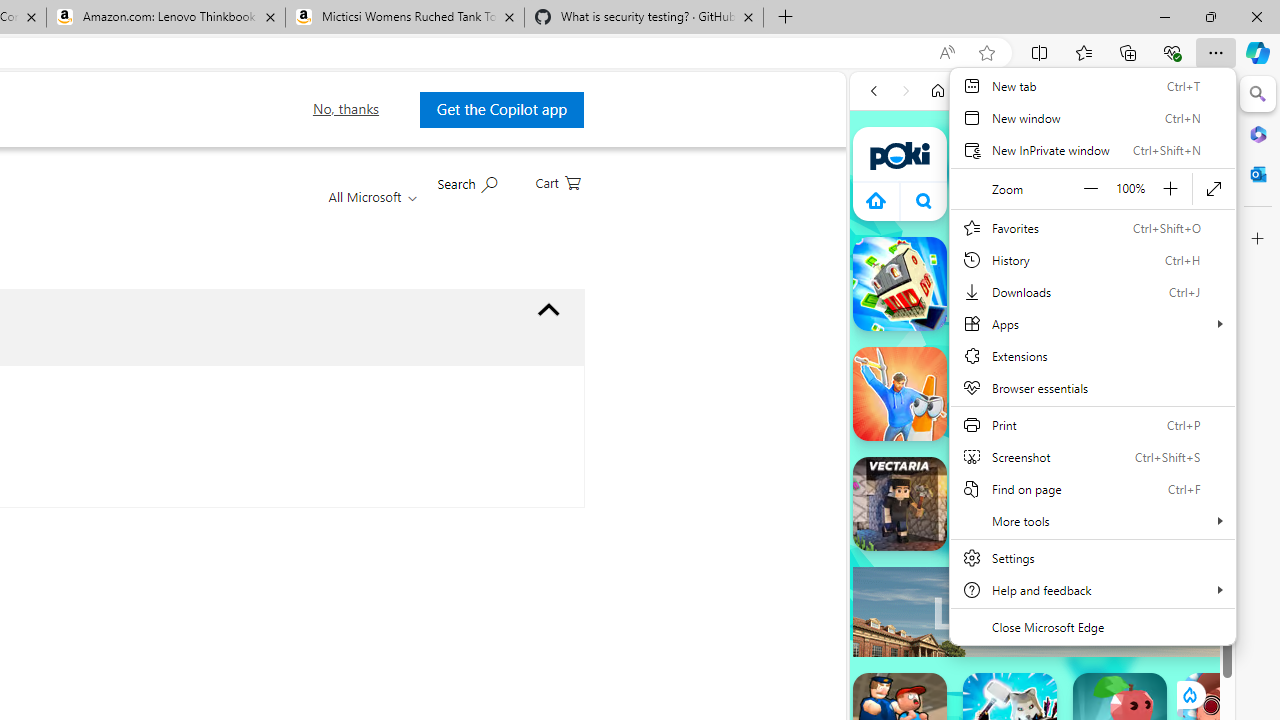 The image size is (1280, 720). What do you see at coordinates (1092, 149) in the screenshot?
I see `'New InPrivate window'` at bounding box center [1092, 149].